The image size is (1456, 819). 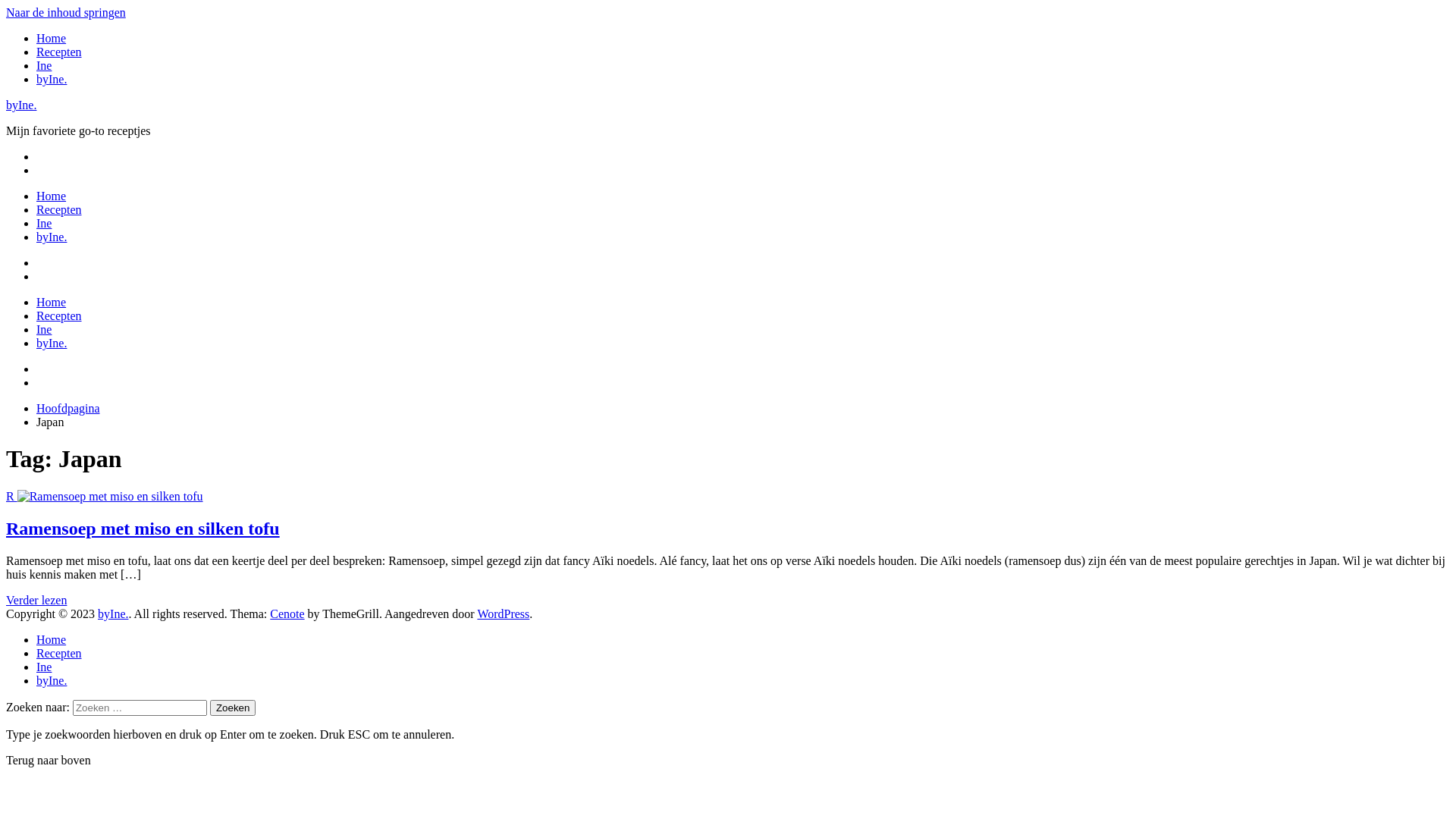 I want to click on 'Naar de inhoud springen', so click(x=64, y=12).